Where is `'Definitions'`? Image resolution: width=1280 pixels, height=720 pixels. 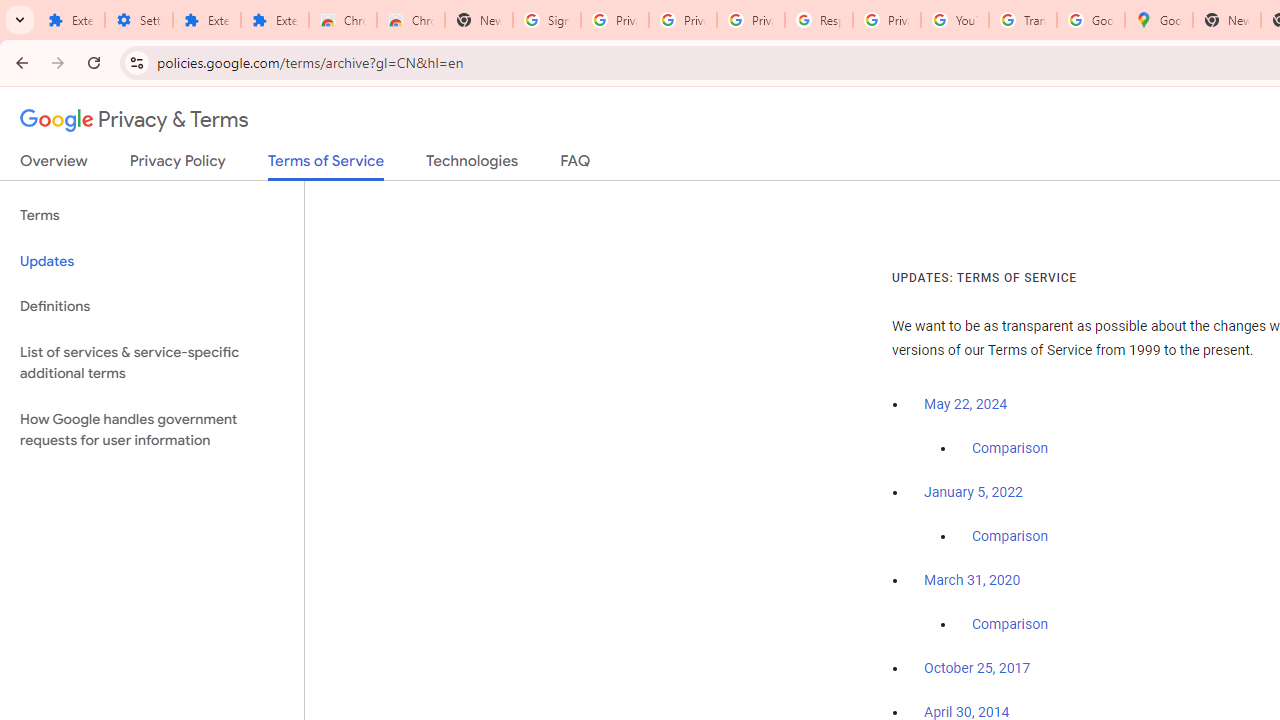
'Definitions' is located at coordinates (151, 306).